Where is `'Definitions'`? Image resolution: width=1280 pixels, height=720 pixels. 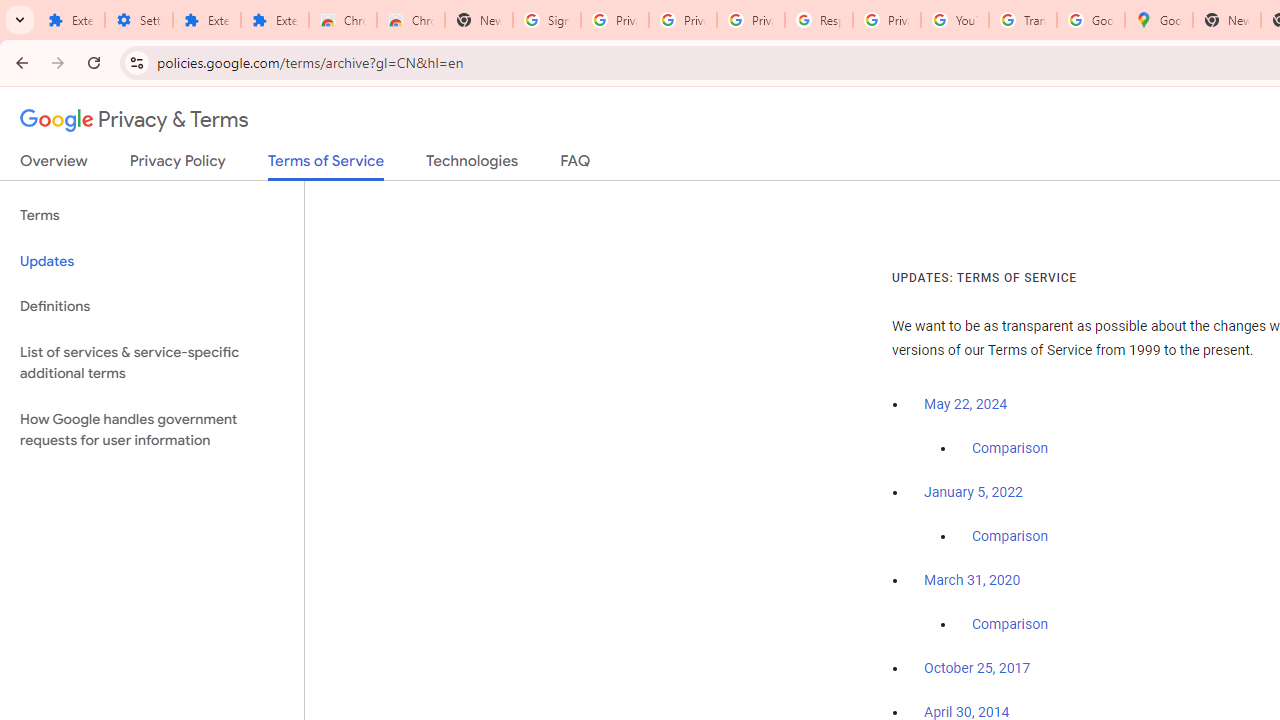
'Definitions' is located at coordinates (151, 306).